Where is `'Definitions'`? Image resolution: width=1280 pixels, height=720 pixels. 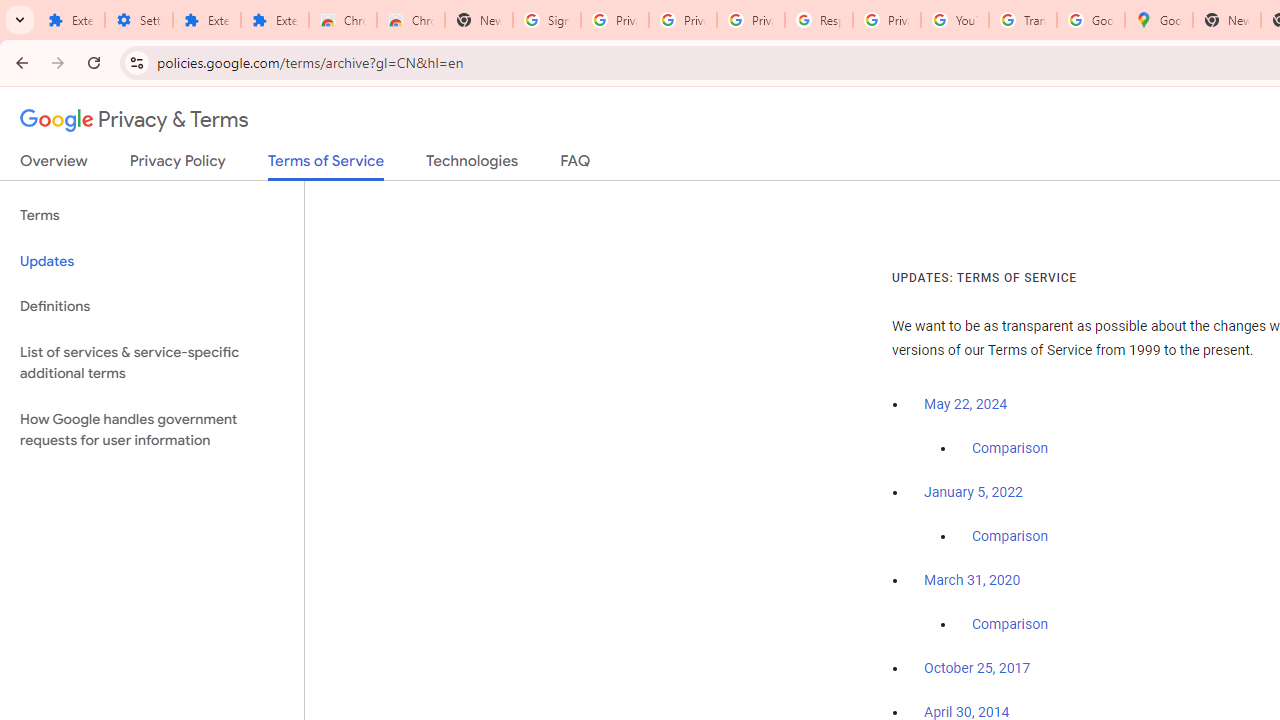
'Definitions' is located at coordinates (151, 306).